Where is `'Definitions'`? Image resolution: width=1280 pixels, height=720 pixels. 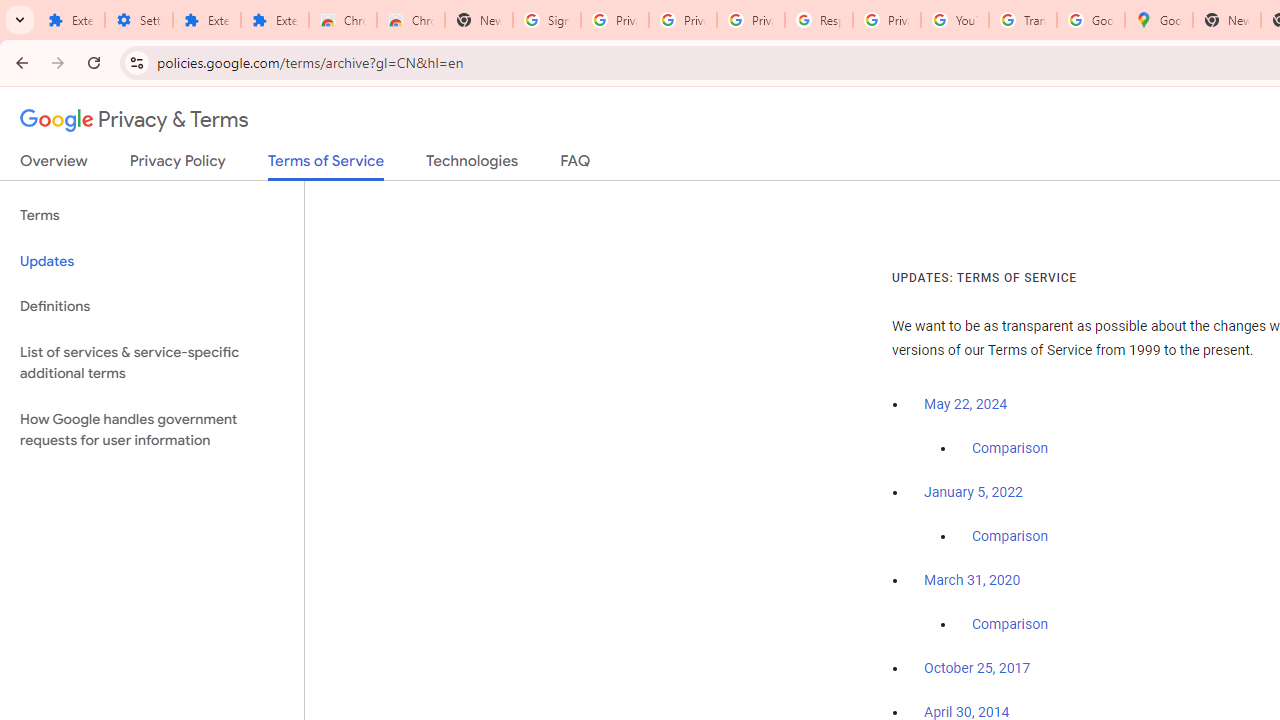
'Definitions' is located at coordinates (151, 306).